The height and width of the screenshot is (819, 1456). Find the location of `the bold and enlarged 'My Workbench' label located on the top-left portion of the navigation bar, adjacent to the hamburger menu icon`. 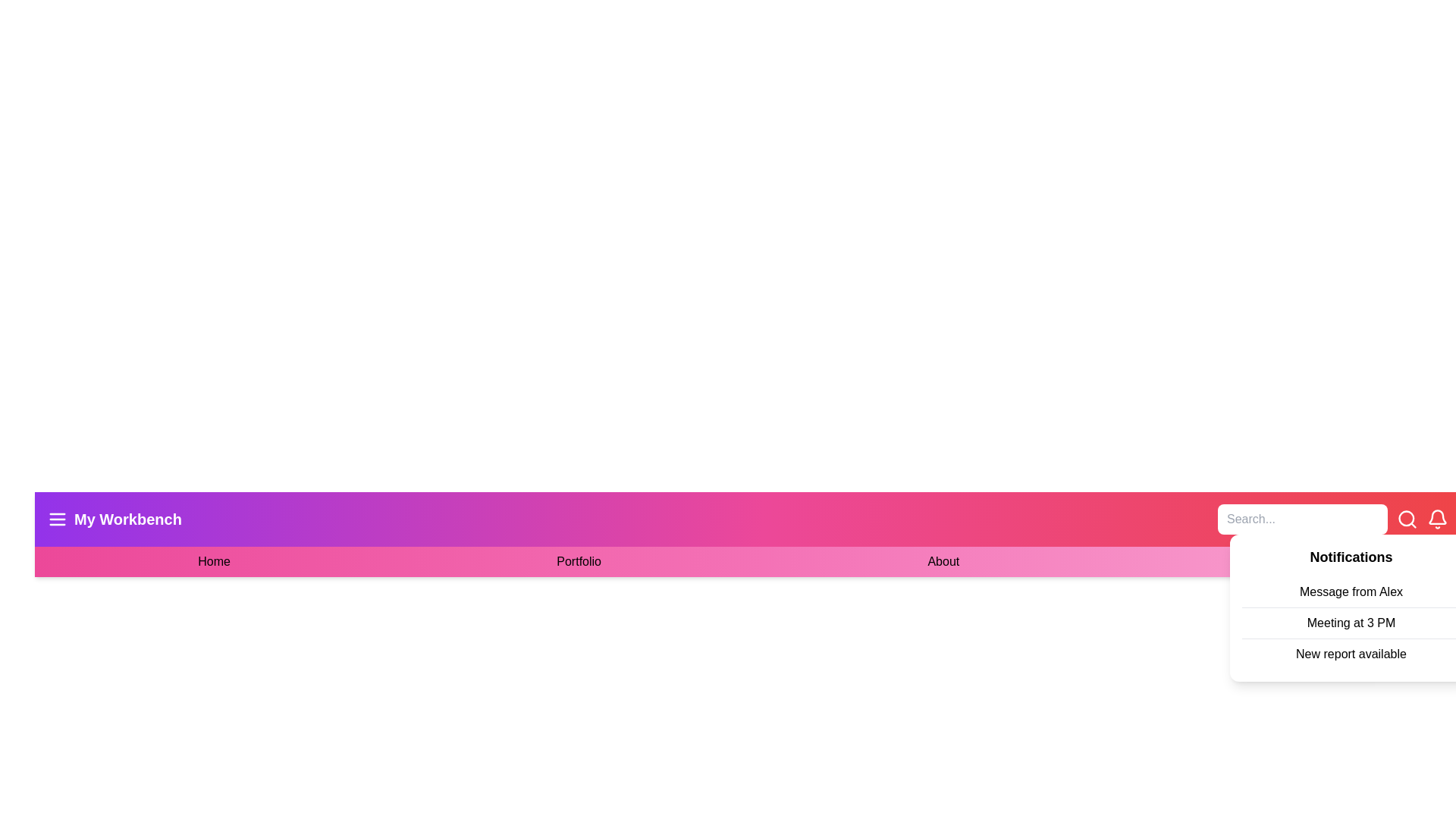

the bold and enlarged 'My Workbench' label located on the top-left portion of the navigation bar, adjacent to the hamburger menu icon is located at coordinates (127, 519).